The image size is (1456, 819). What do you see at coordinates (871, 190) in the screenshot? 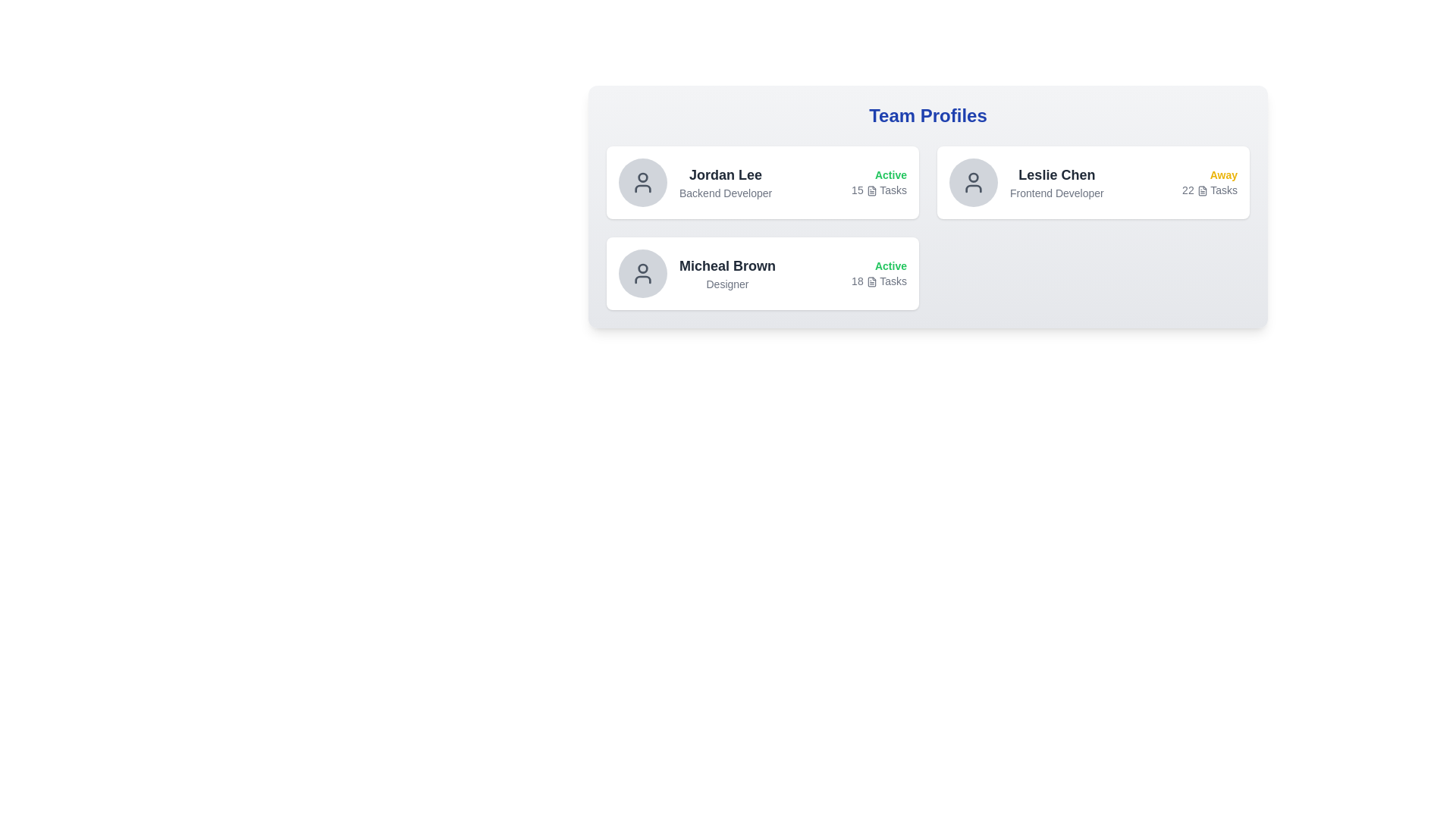
I see `the document icon that represents '15 Tasks' in Jordan Lee's profile, which is located in the Team Profiles panel` at bounding box center [871, 190].